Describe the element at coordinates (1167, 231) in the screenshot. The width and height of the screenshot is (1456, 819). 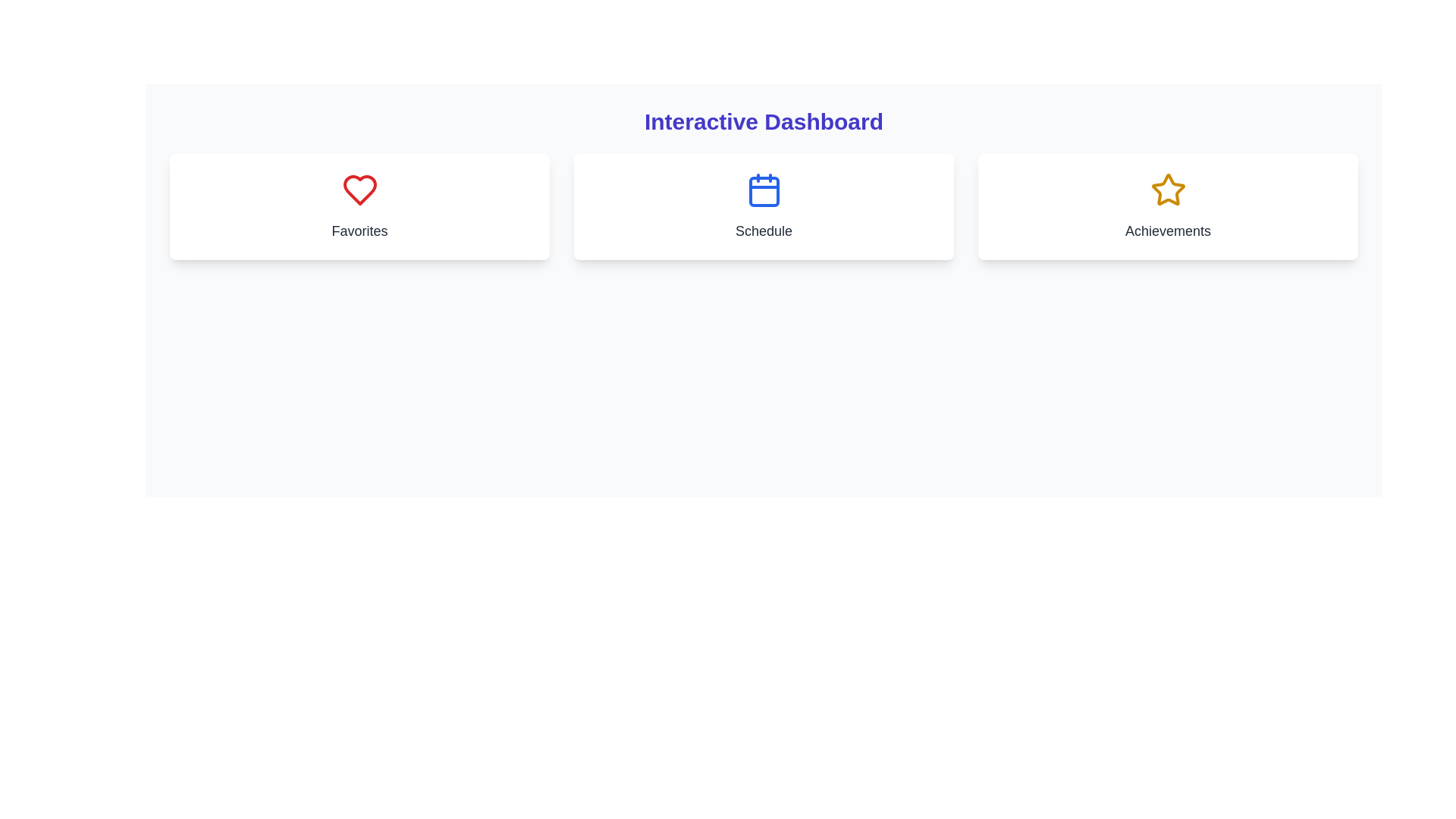
I see `the non-interactive label providing descriptive text for the 'Achievements' section, located at the bottom of a vertically-stacked group under a yellow star icon, aligned centrally within a white card` at that location.